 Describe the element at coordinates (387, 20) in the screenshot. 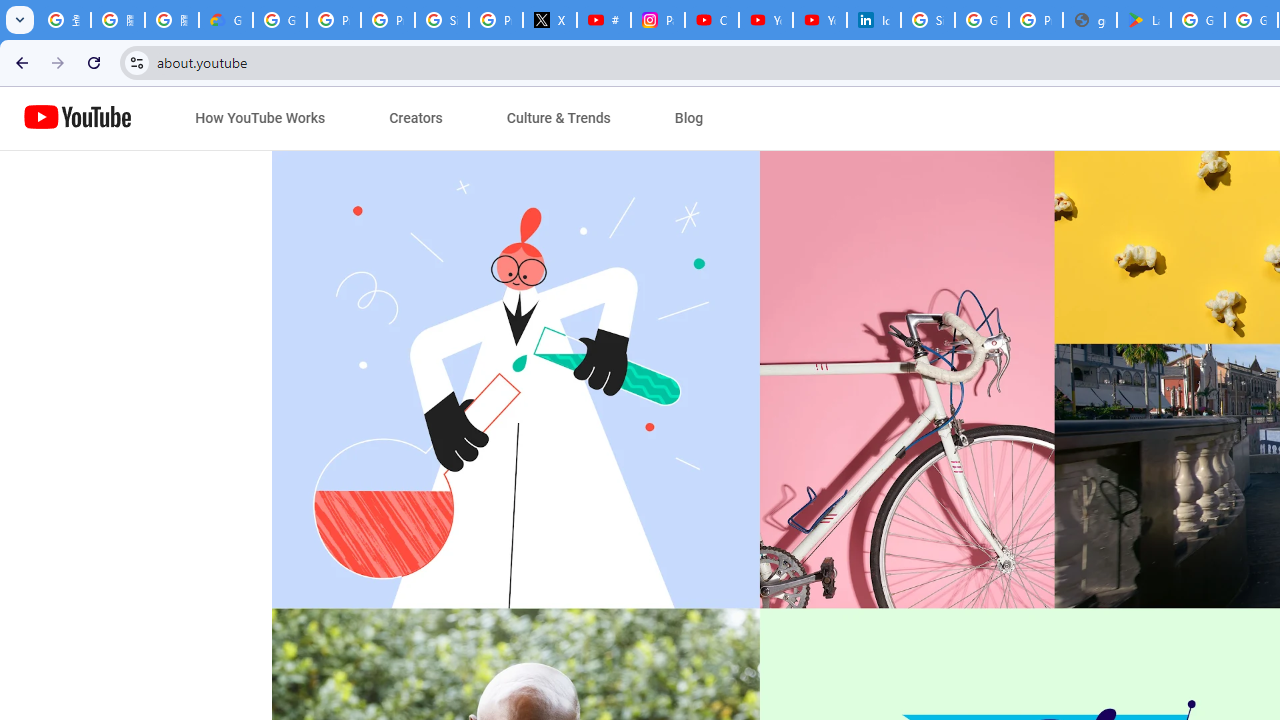

I see `'Privacy Help Center - Policies Help'` at that location.